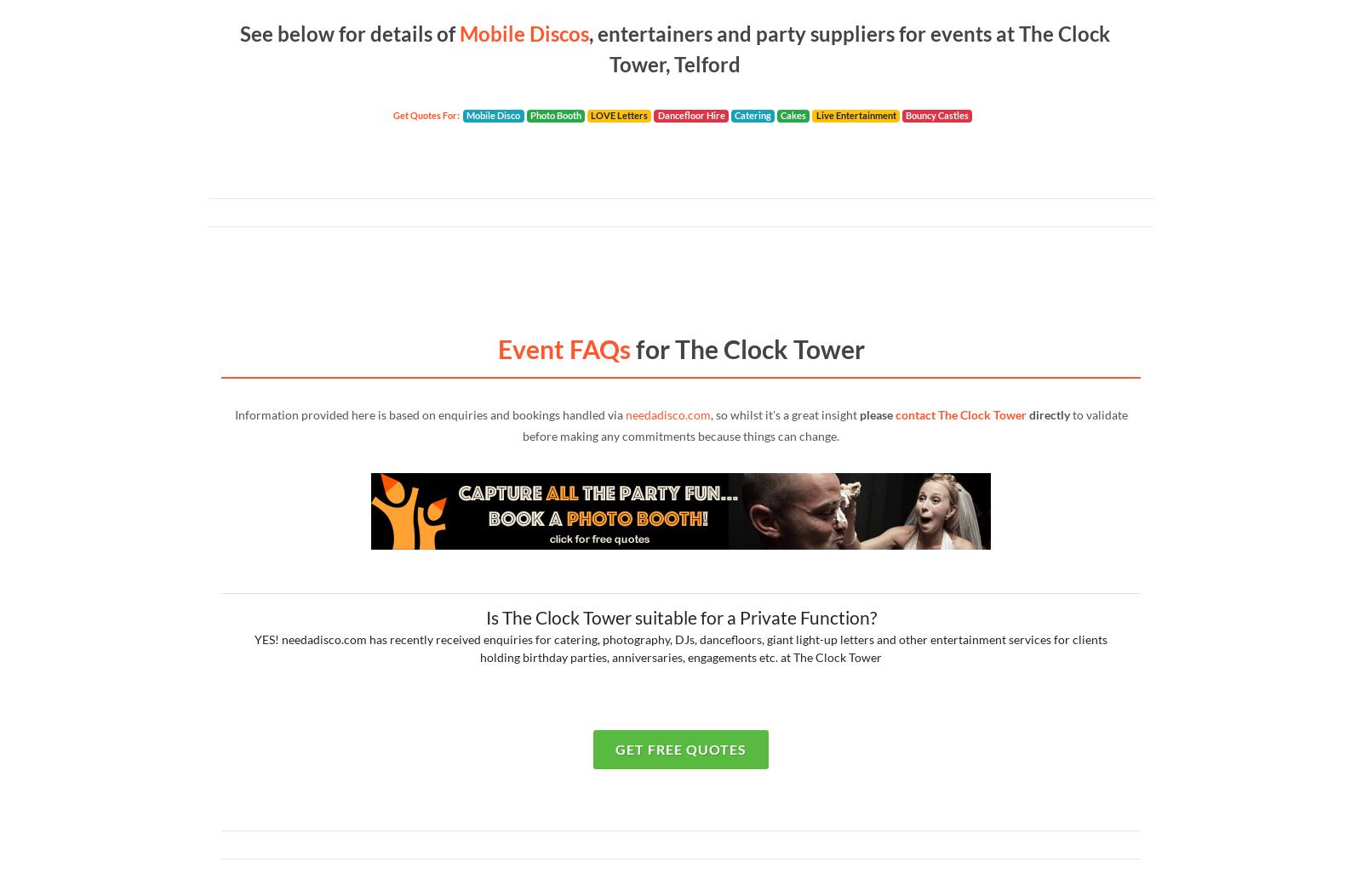 This screenshot has width=1362, height=896. What do you see at coordinates (295, 94) in the screenshot?
I see `'The Plough Inn'` at bounding box center [295, 94].